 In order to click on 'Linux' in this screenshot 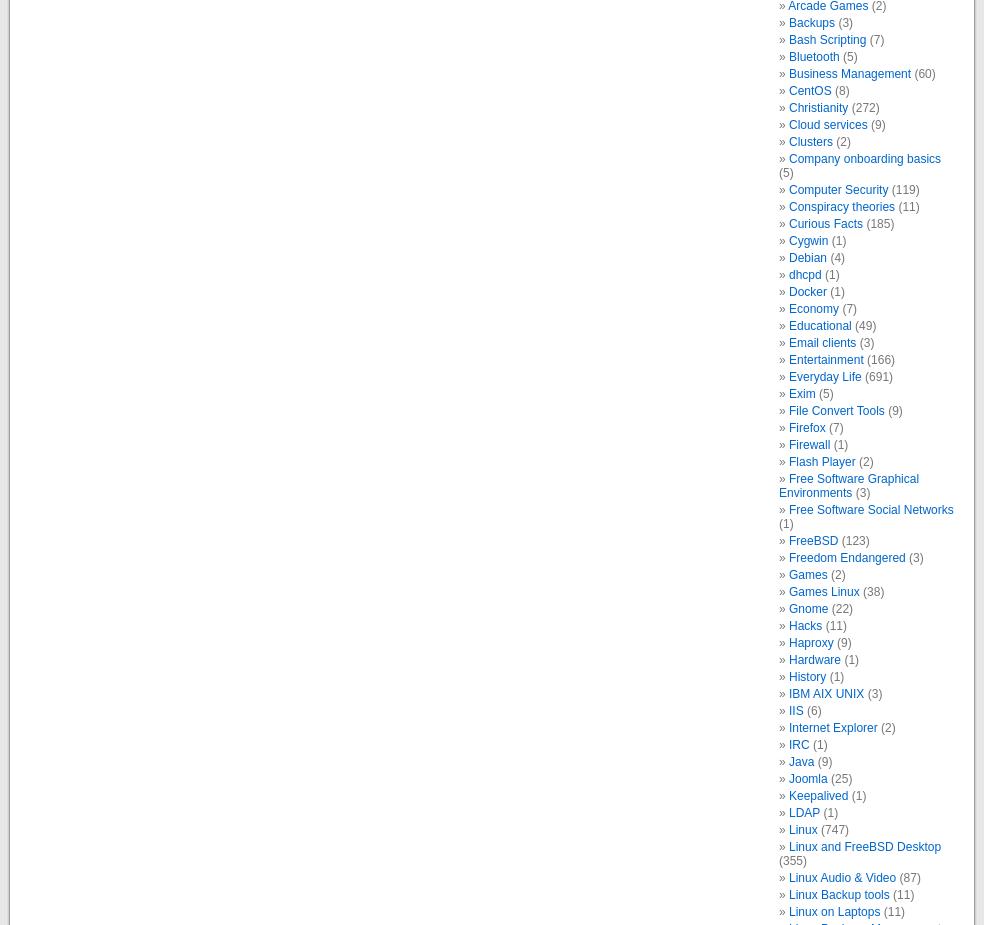, I will do `click(802, 830)`.